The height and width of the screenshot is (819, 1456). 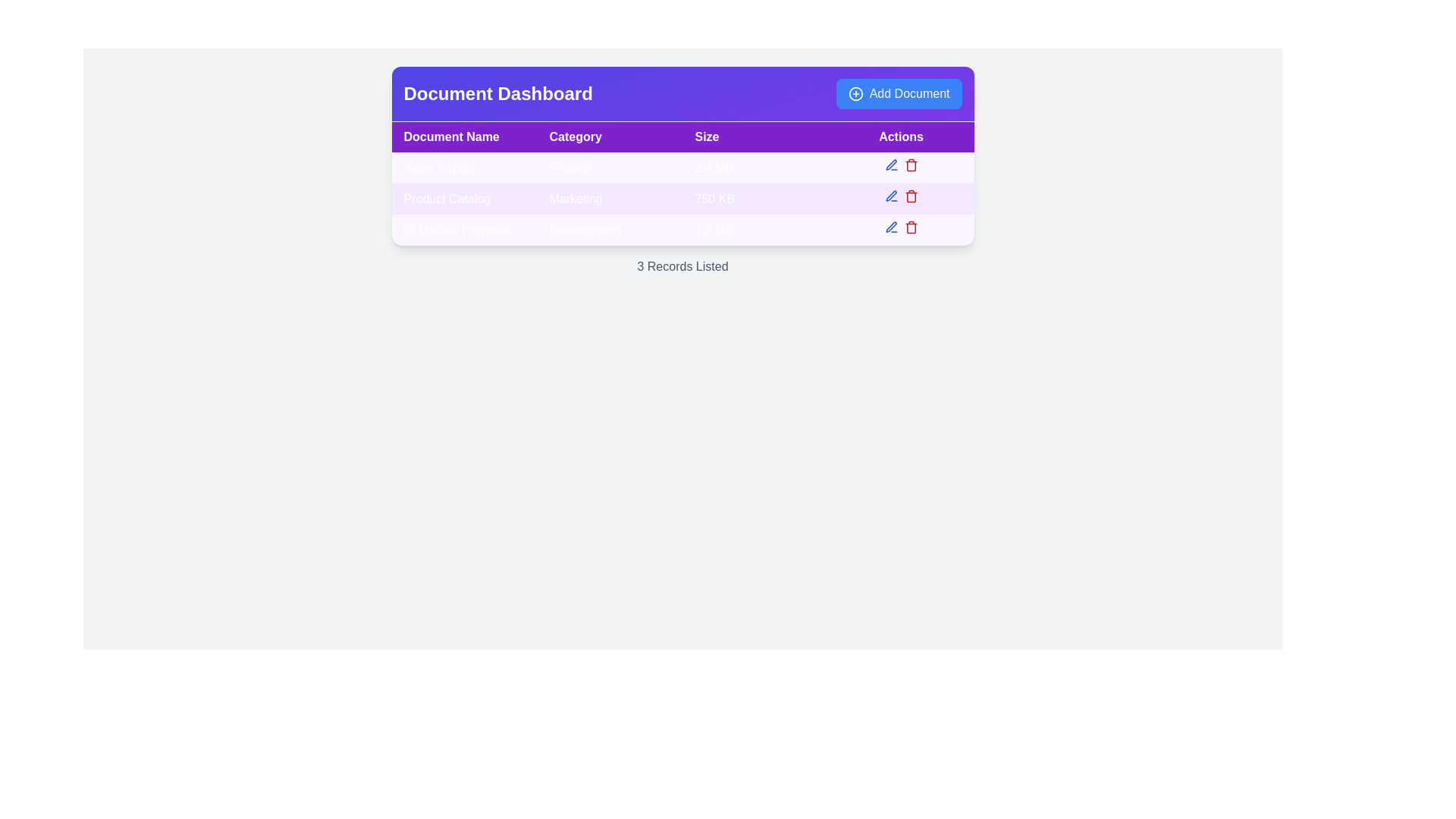 What do you see at coordinates (891, 165) in the screenshot?
I see `the blue pencil icon button located in the Actions column of the second row of the table on the dashboard` at bounding box center [891, 165].